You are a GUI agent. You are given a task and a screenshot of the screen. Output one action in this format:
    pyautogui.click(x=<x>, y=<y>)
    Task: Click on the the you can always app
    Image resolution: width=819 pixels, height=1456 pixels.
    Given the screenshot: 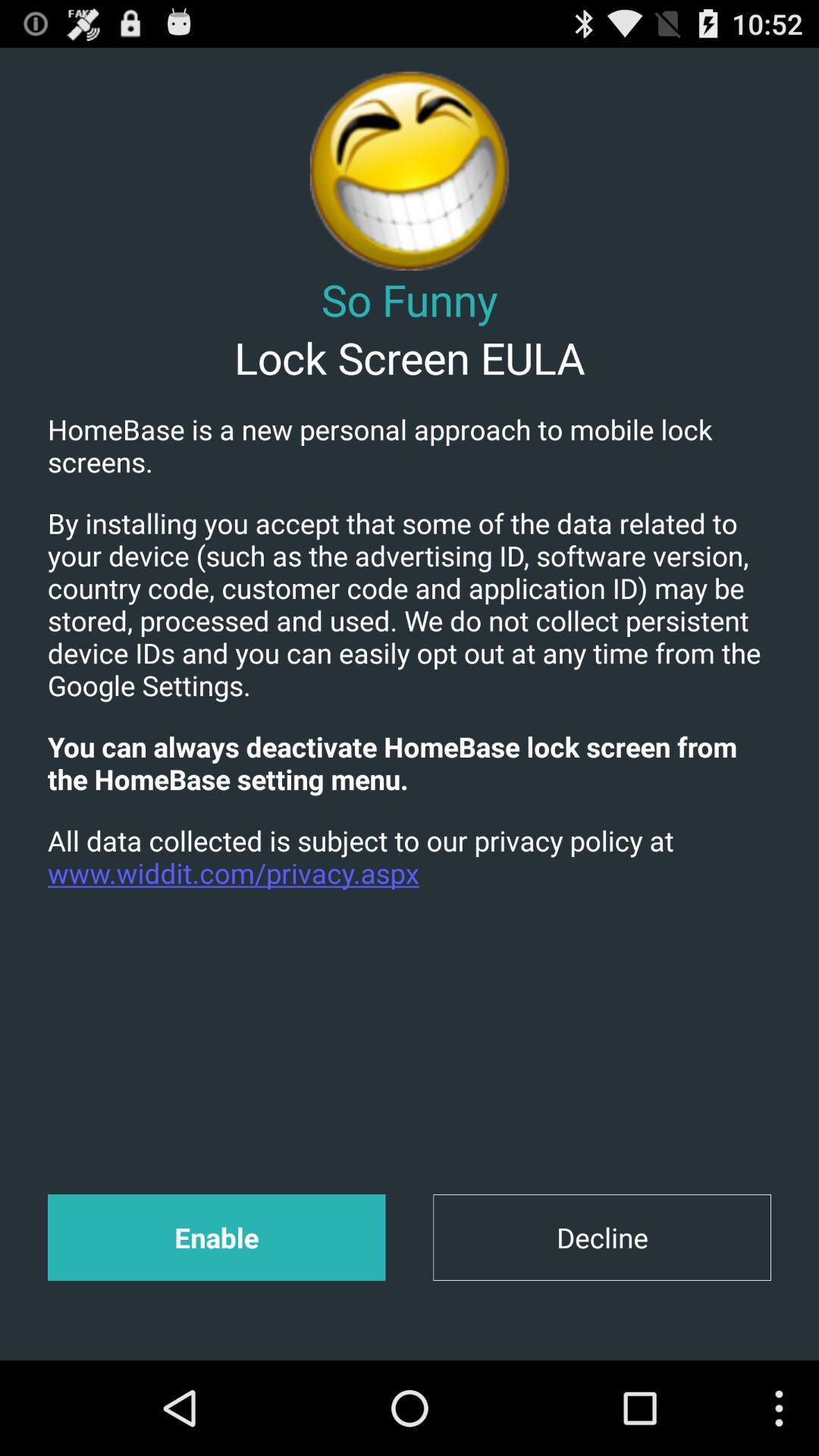 What is the action you would take?
    pyautogui.click(x=409, y=763)
    